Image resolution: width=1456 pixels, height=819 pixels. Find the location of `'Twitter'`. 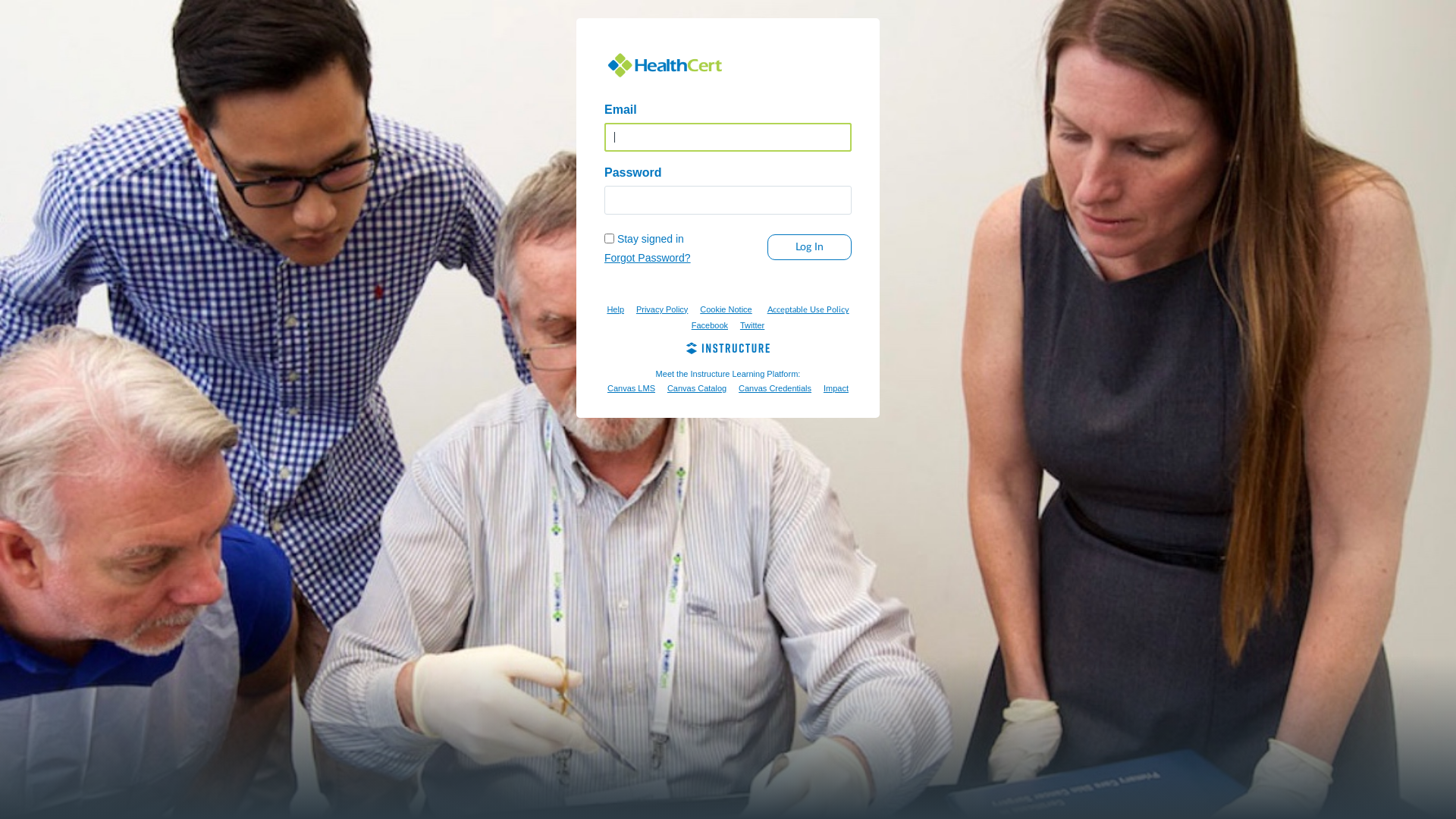

'Twitter' is located at coordinates (752, 324).